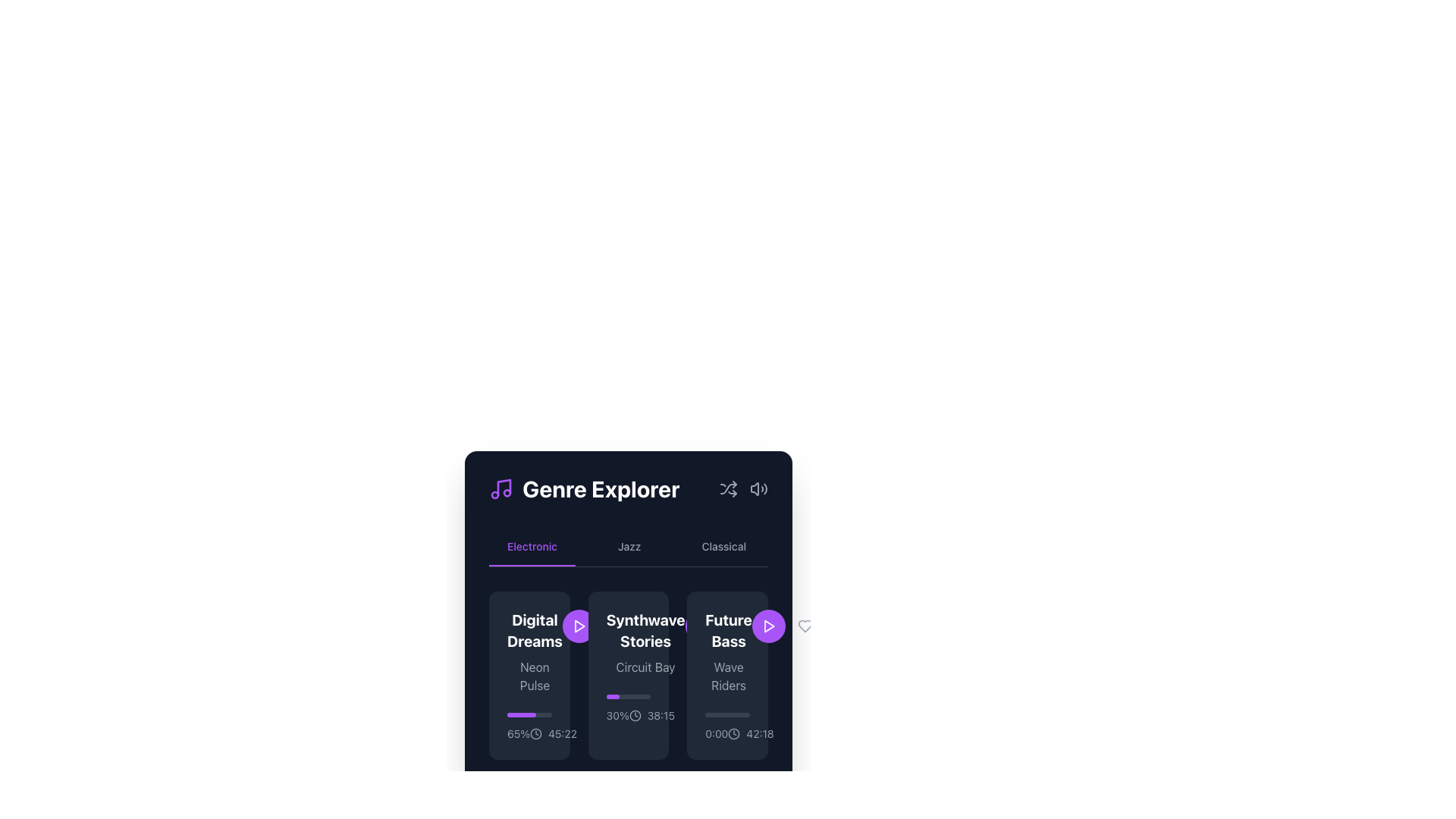 This screenshot has width=1456, height=819. What do you see at coordinates (578, 626) in the screenshot?
I see `the play button located at the first position of the two interactive elements in the music player panel to observe its hover effect` at bounding box center [578, 626].